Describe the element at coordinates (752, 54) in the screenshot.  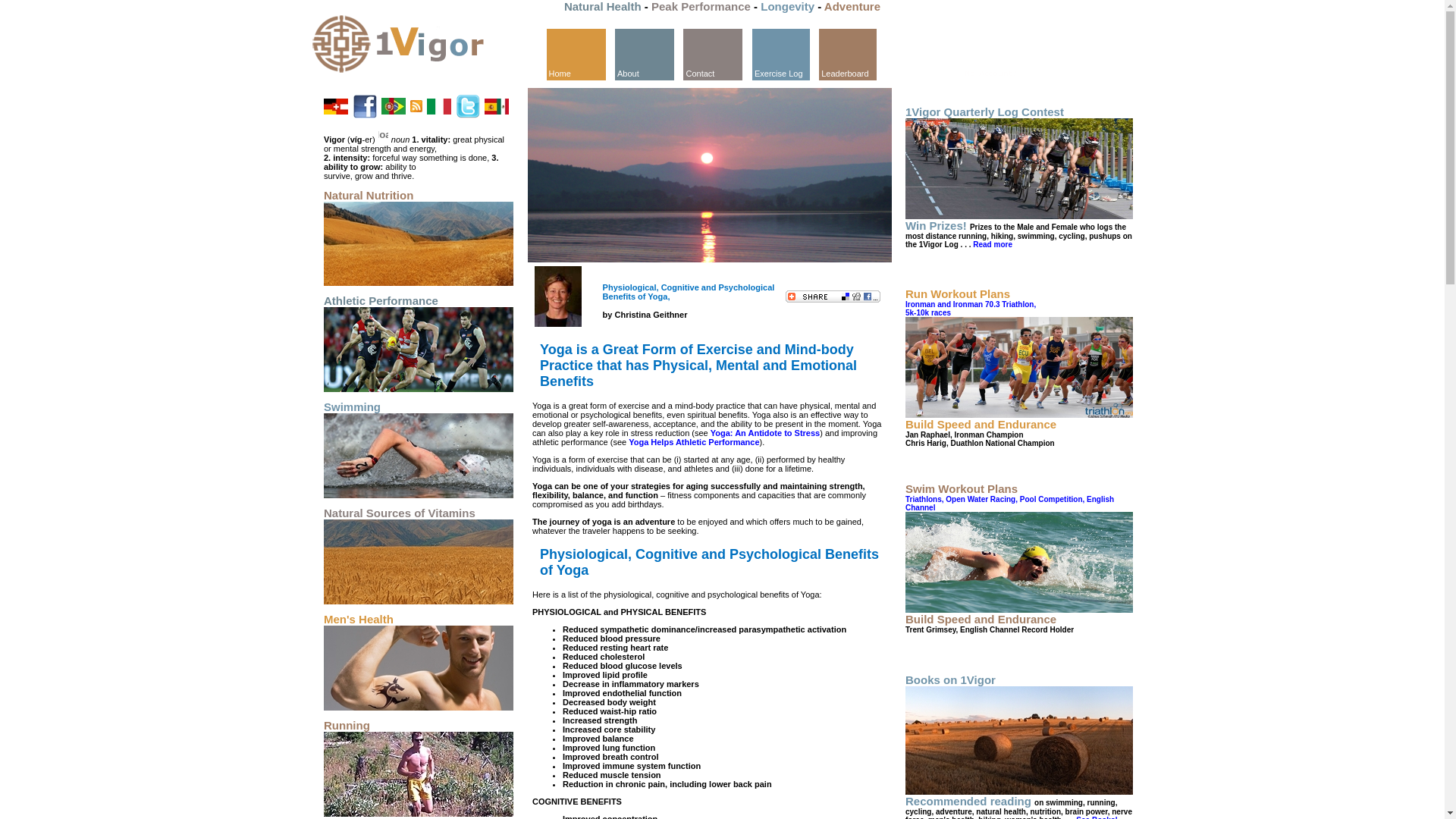
I see `'Exercise Log'` at that location.